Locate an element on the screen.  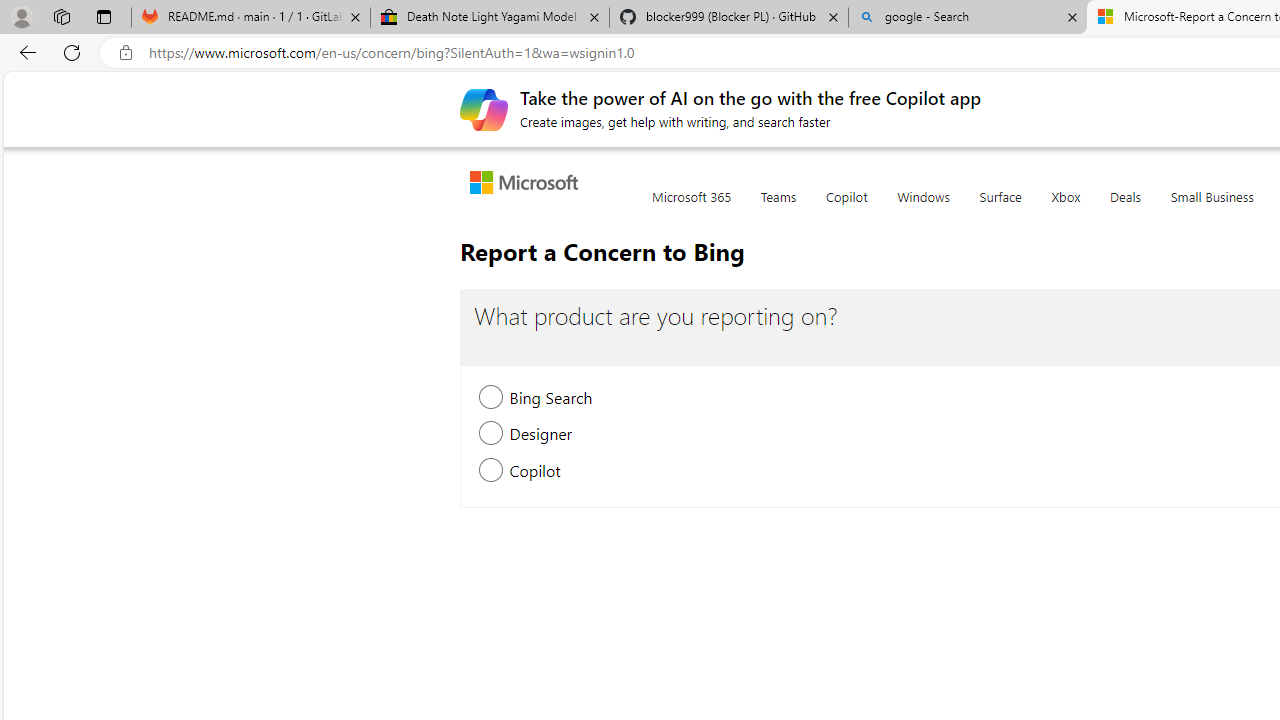
'Teams' is located at coordinates (777, 208).